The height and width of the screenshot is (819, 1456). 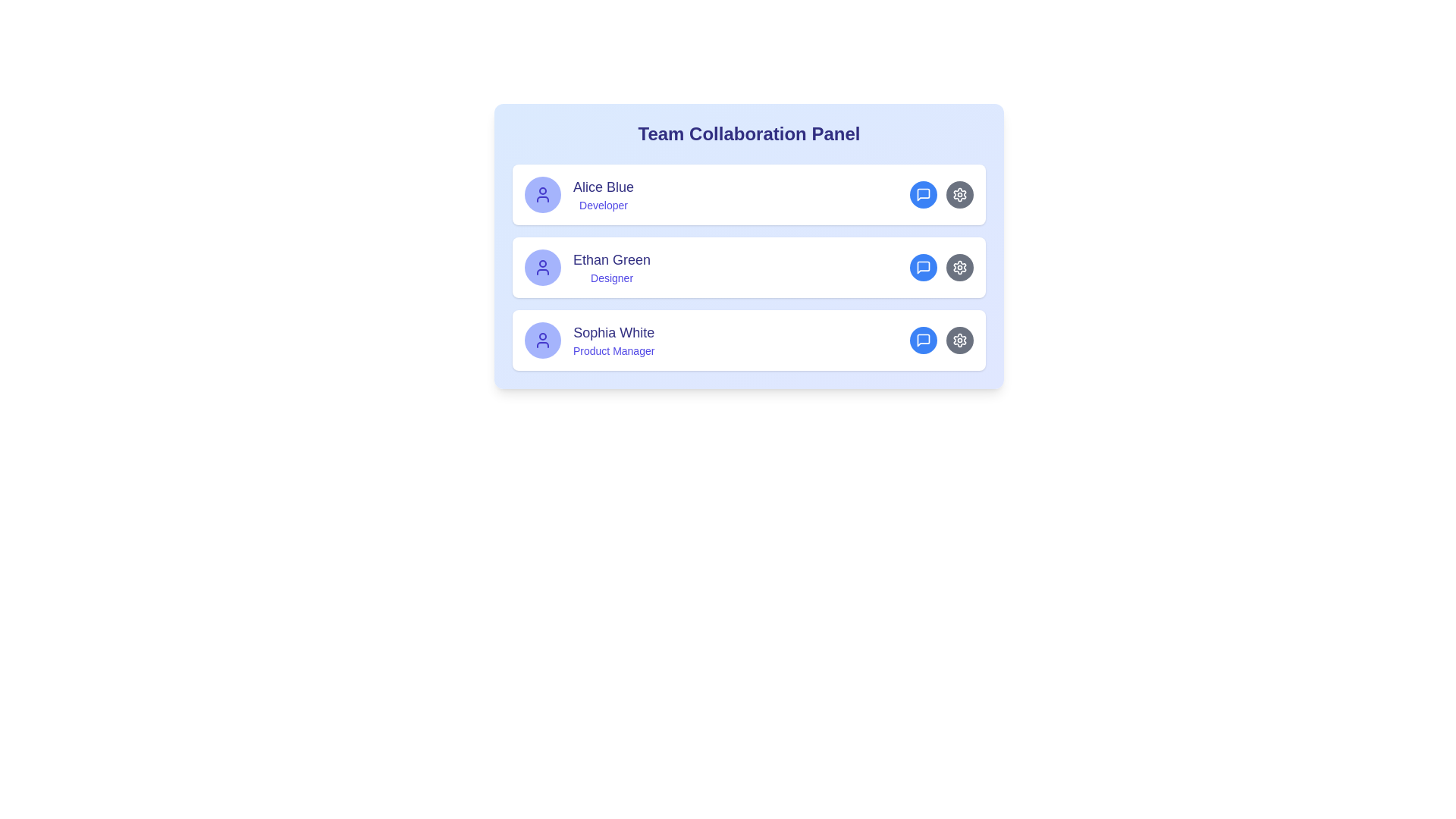 I want to click on the small circular gear icon associated with the user 'Alice Blue' in the Team Collaboration Panel, so click(x=959, y=194).